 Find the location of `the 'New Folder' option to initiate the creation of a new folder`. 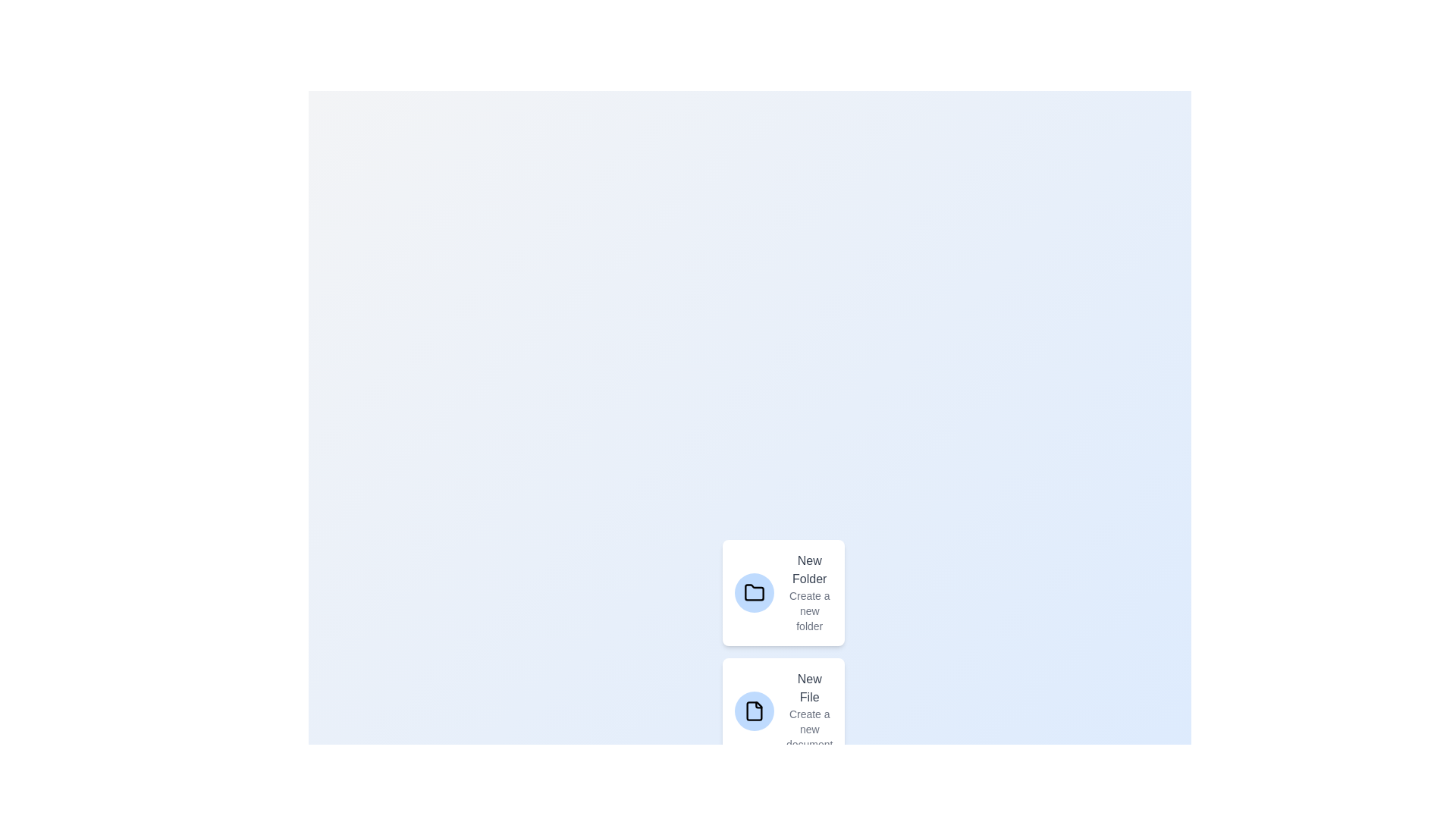

the 'New Folder' option to initiate the creation of a new folder is located at coordinates (783, 592).